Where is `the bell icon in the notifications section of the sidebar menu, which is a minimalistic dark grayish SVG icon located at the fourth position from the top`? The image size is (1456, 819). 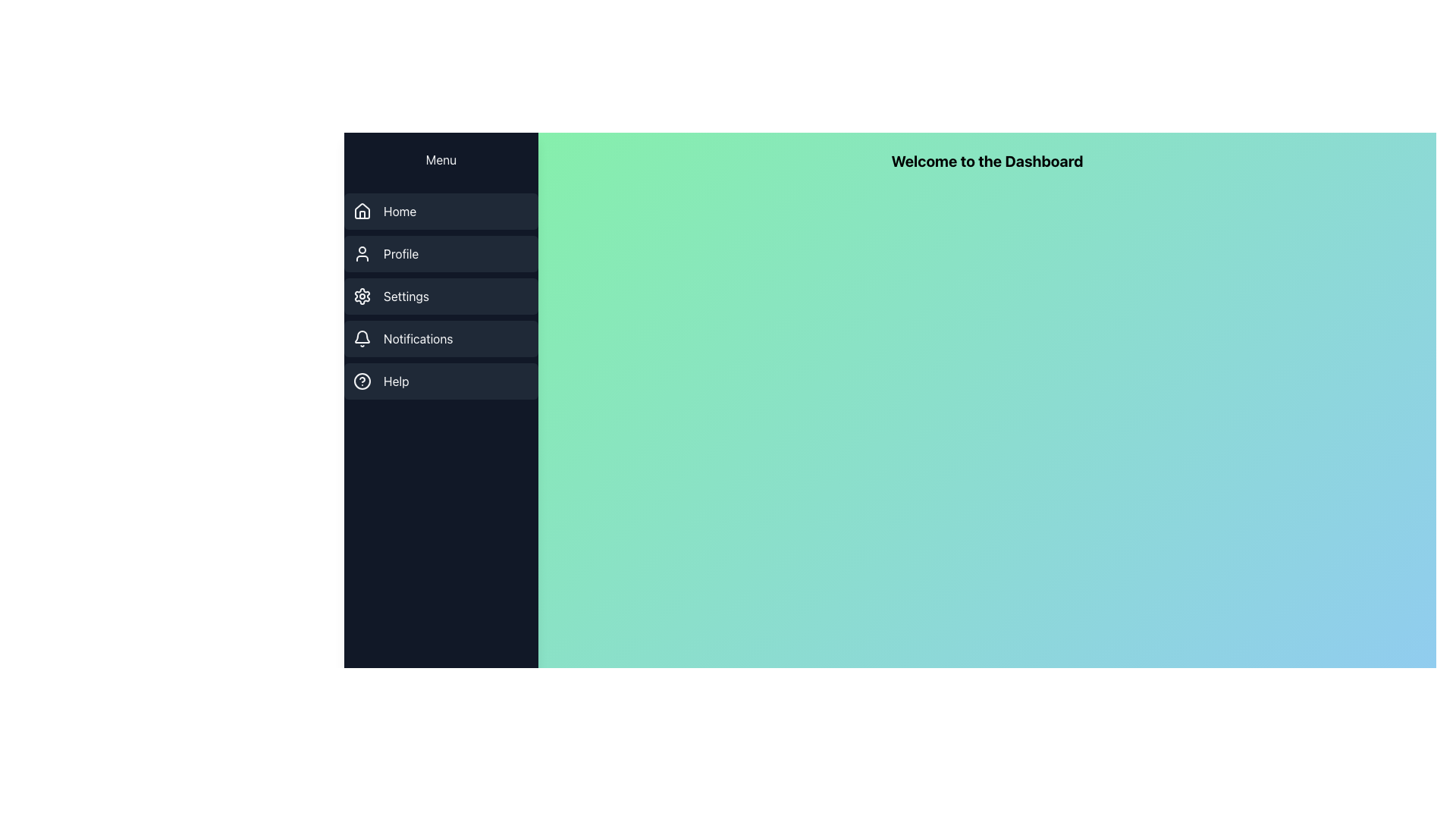 the bell icon in the notifications section of the sidebar menu, which is a minimalistic dark grayish SVG icon located at the fourth position from the top is located at coordinates (362, 336).